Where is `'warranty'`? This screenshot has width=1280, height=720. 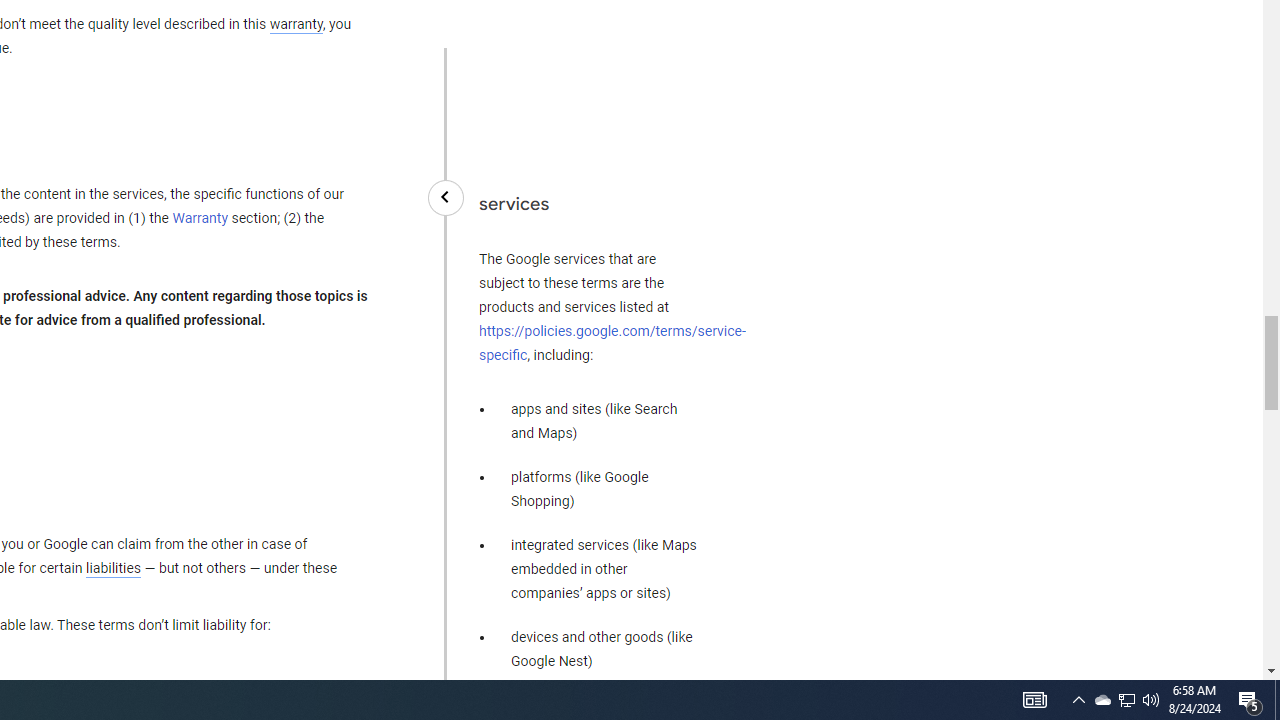
'warranty' is located at coordinates (294, 25).